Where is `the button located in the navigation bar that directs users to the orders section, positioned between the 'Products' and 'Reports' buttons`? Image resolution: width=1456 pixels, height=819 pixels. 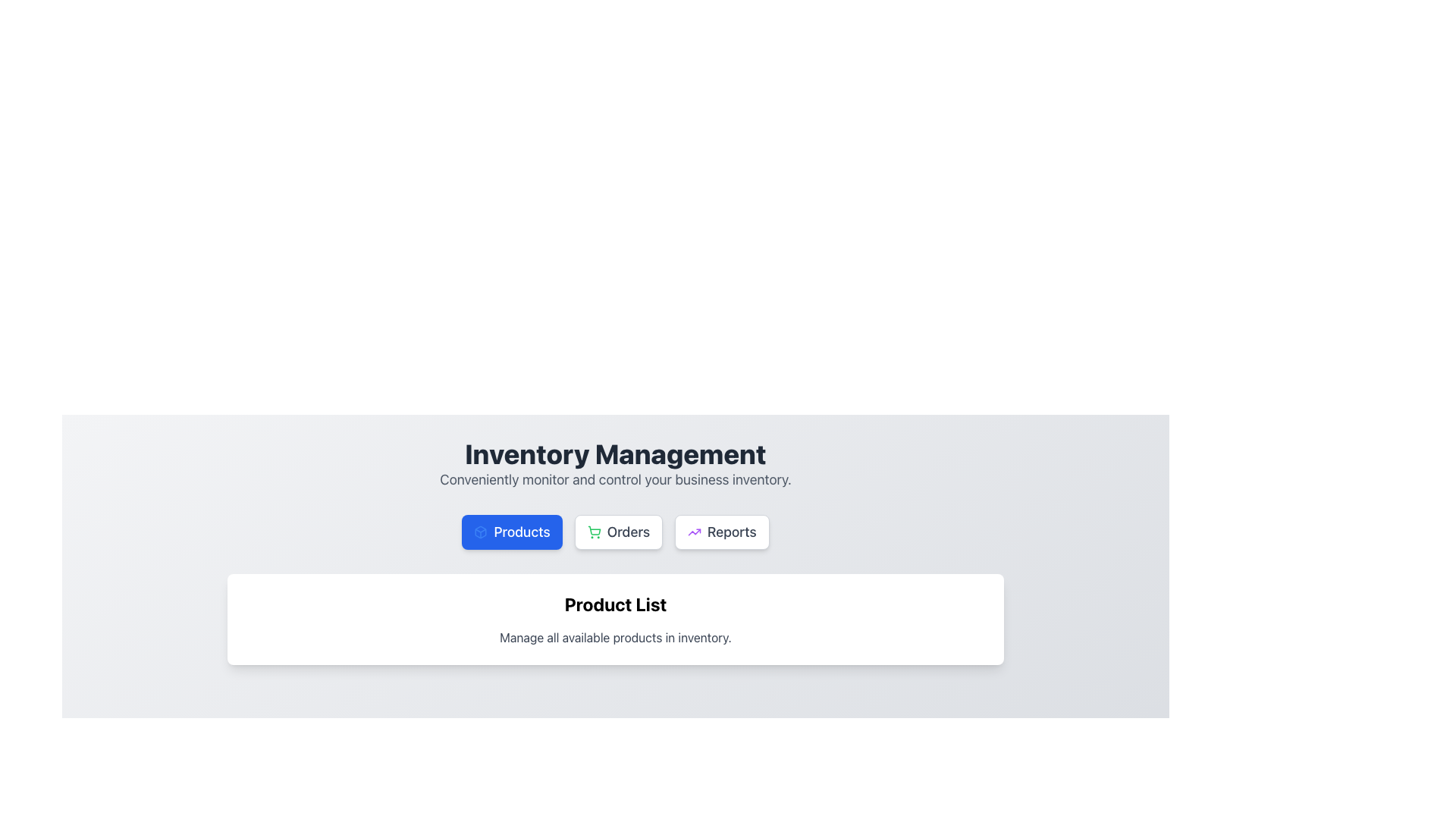 the button located in the navigation bar that directs users to the orders section, positioned between the 'Products' and 'Reports' buttons is located at coordinates (618, 532).